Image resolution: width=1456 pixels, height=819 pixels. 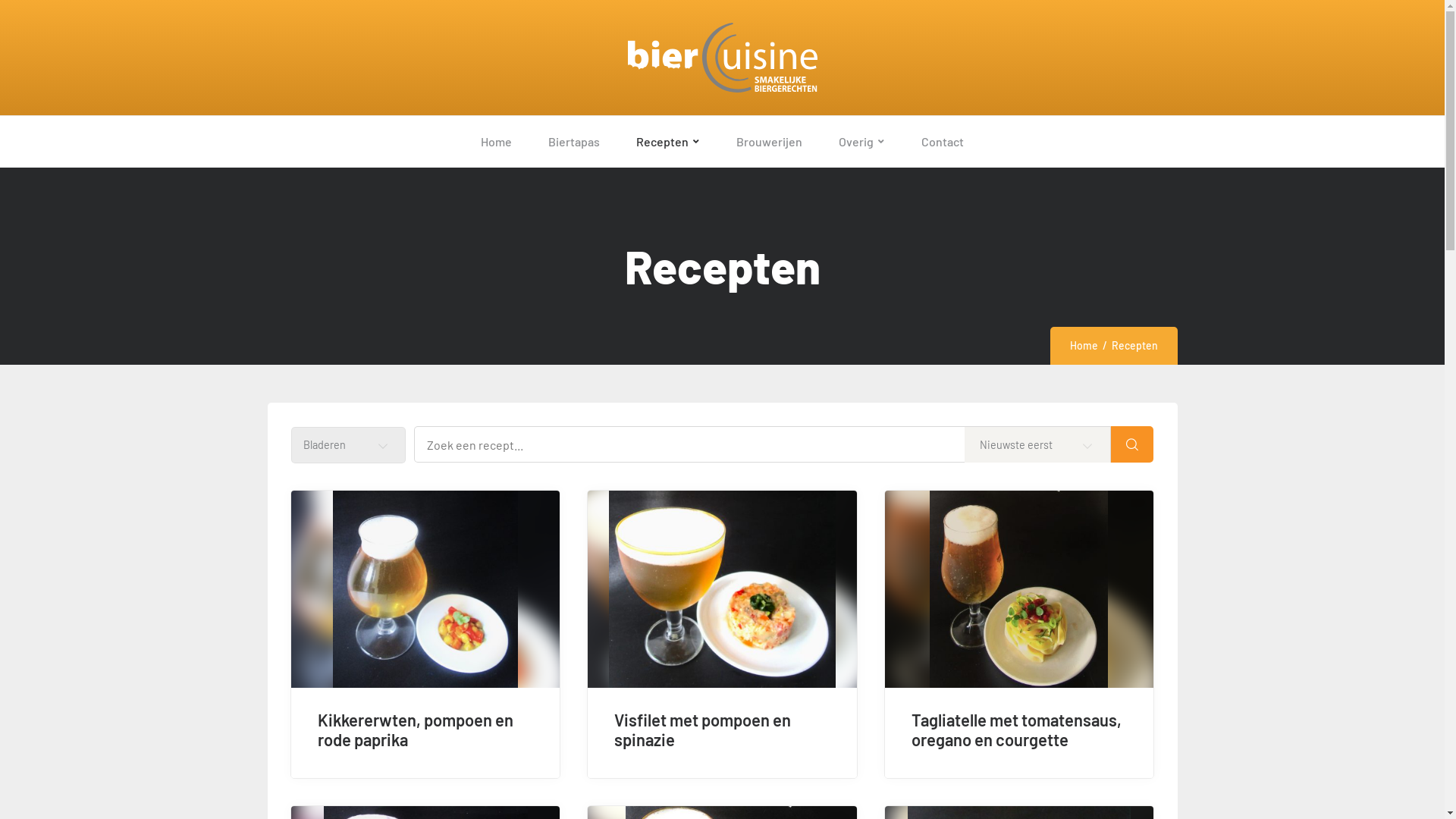 I want to click on 'Home', so click(x=1082, y=345).